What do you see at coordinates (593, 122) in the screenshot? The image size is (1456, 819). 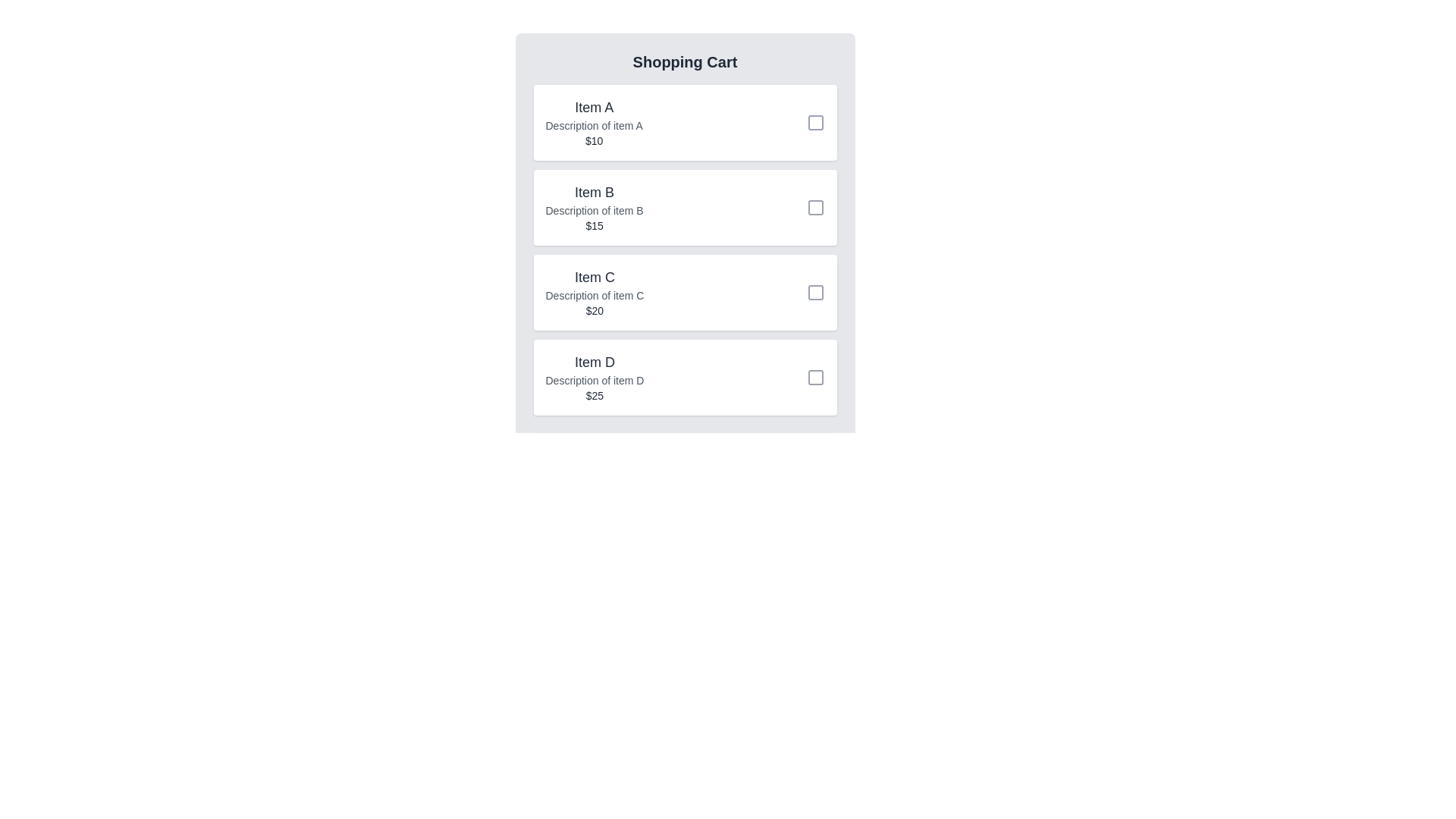 I see `the text block containing the main details of the first item in the shopping cart, which includes its title, description, and price` at bounding box center [593, 122].